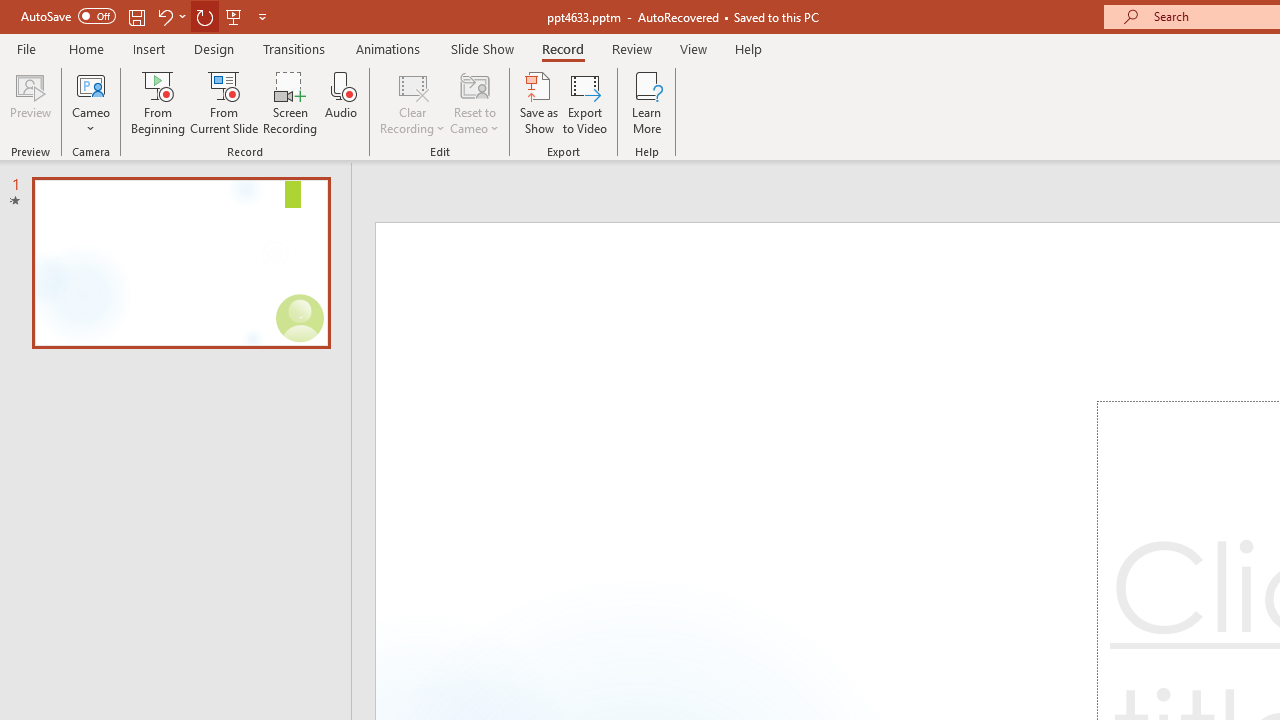 This screenshot has height=720, width=1280. I want to click on 'View', so click(693, 48).